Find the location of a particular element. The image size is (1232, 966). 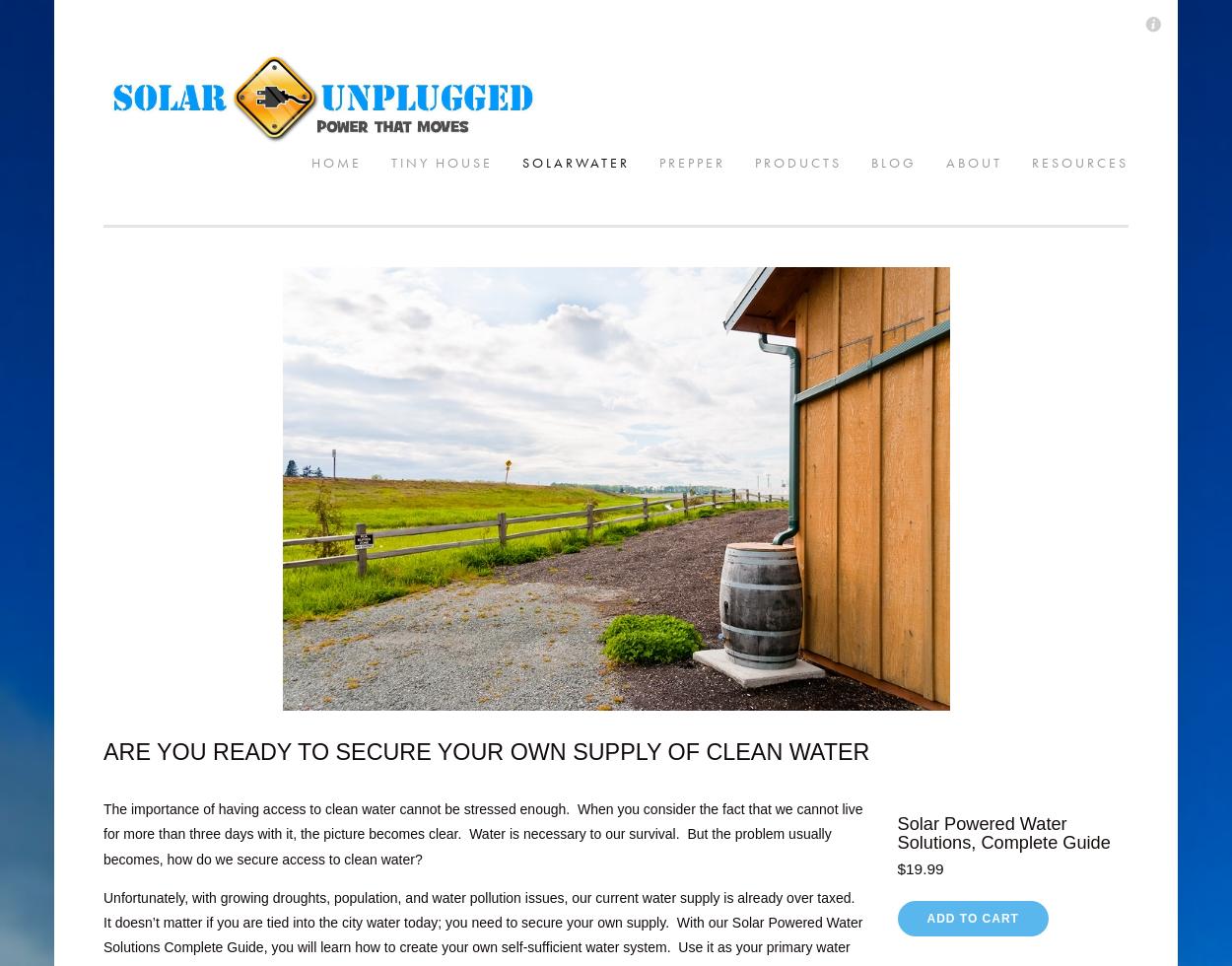

'Products' is located at coordinates (83, 221).